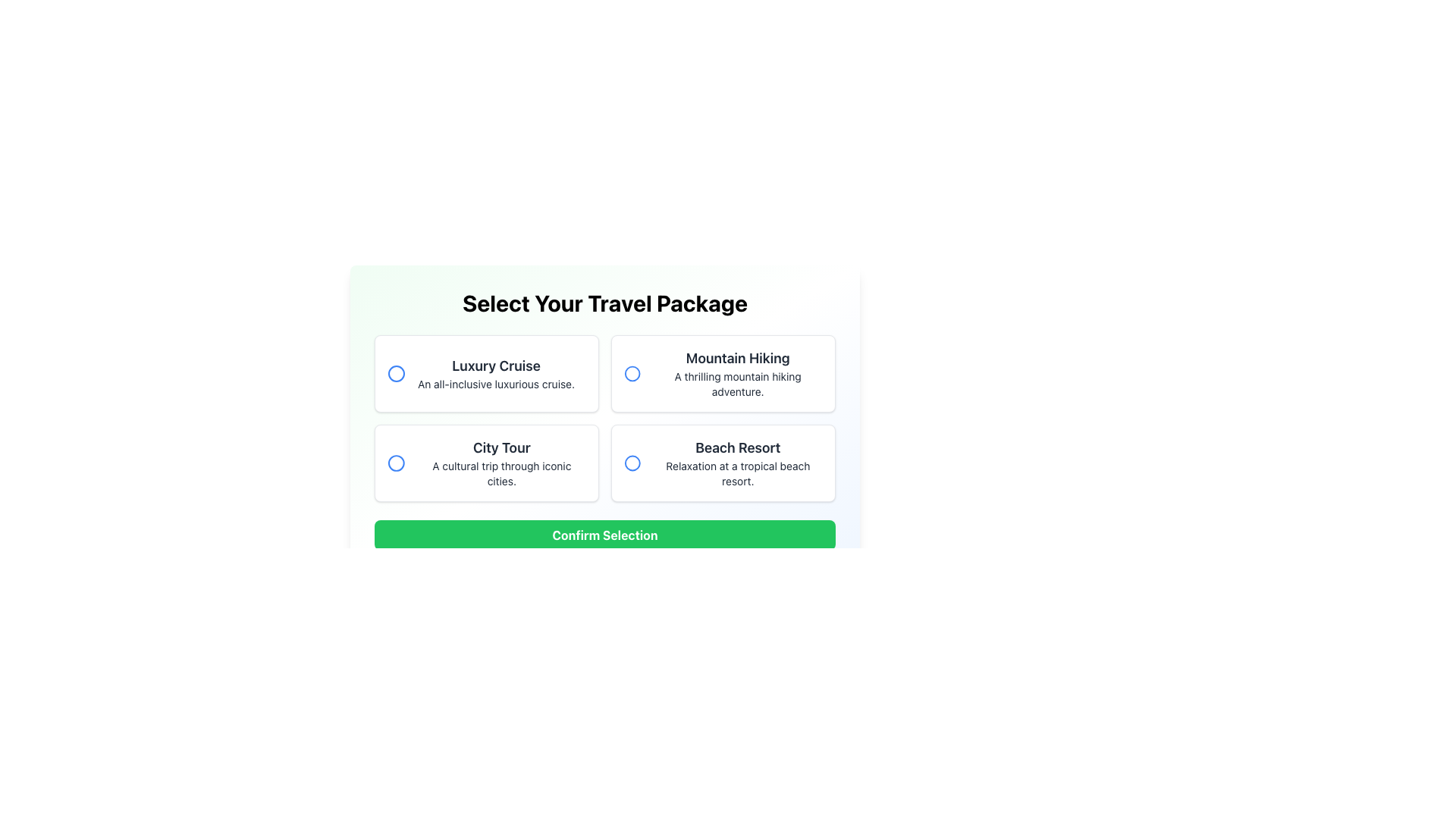 The height and width of the screenshot is (819, 1456). What do you see at coordinates (604, 534) in the screenshot?
I see `the green 'Confirm Selection' button located at the bottom of the travel package selection menu to confirm the chosen option` at bounding box center [604, 534].